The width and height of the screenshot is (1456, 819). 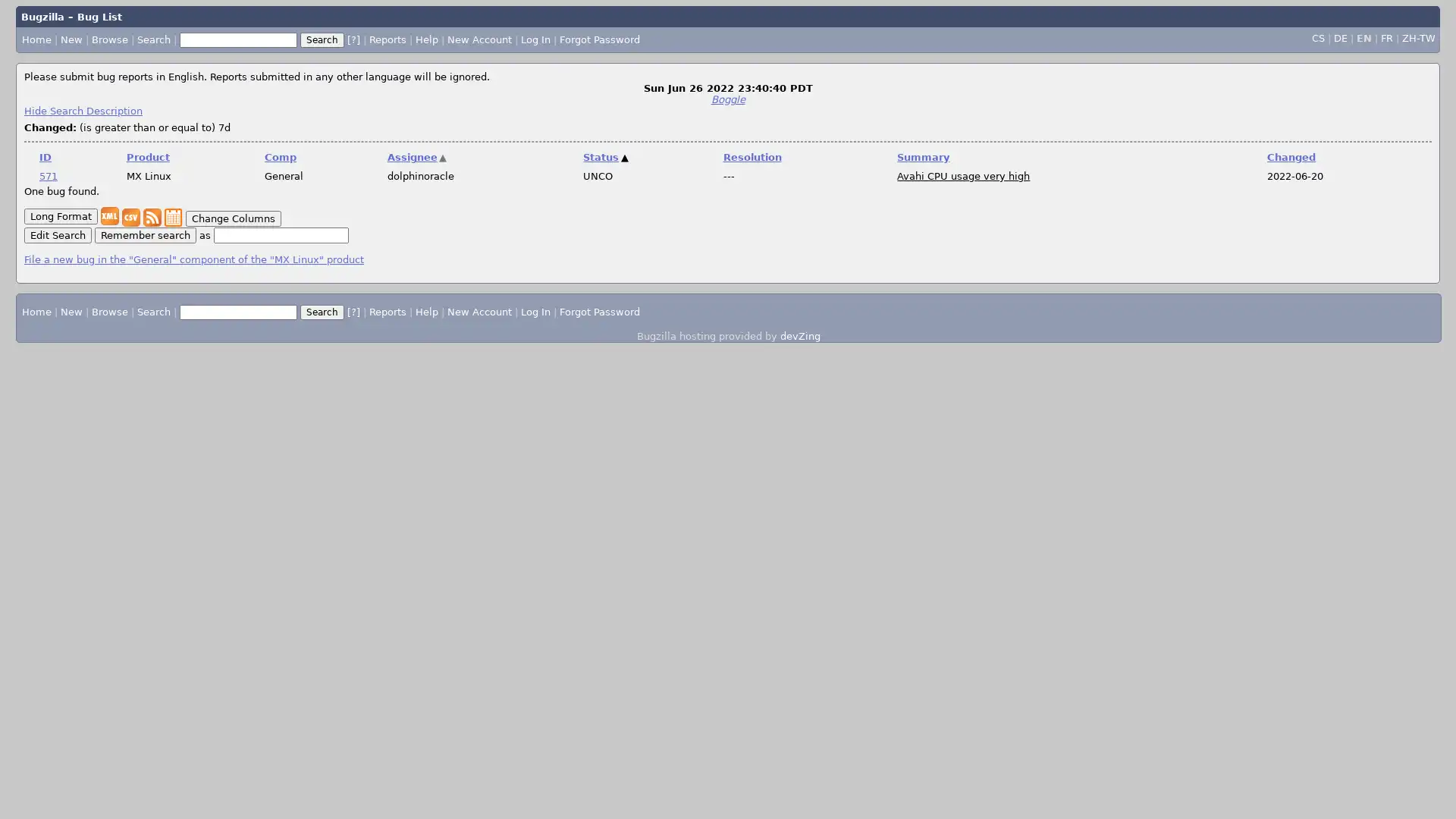 What do you see at coordinates (61, 216) in the screenshot?
I see `Long Format` at bounding box center [61, 216].